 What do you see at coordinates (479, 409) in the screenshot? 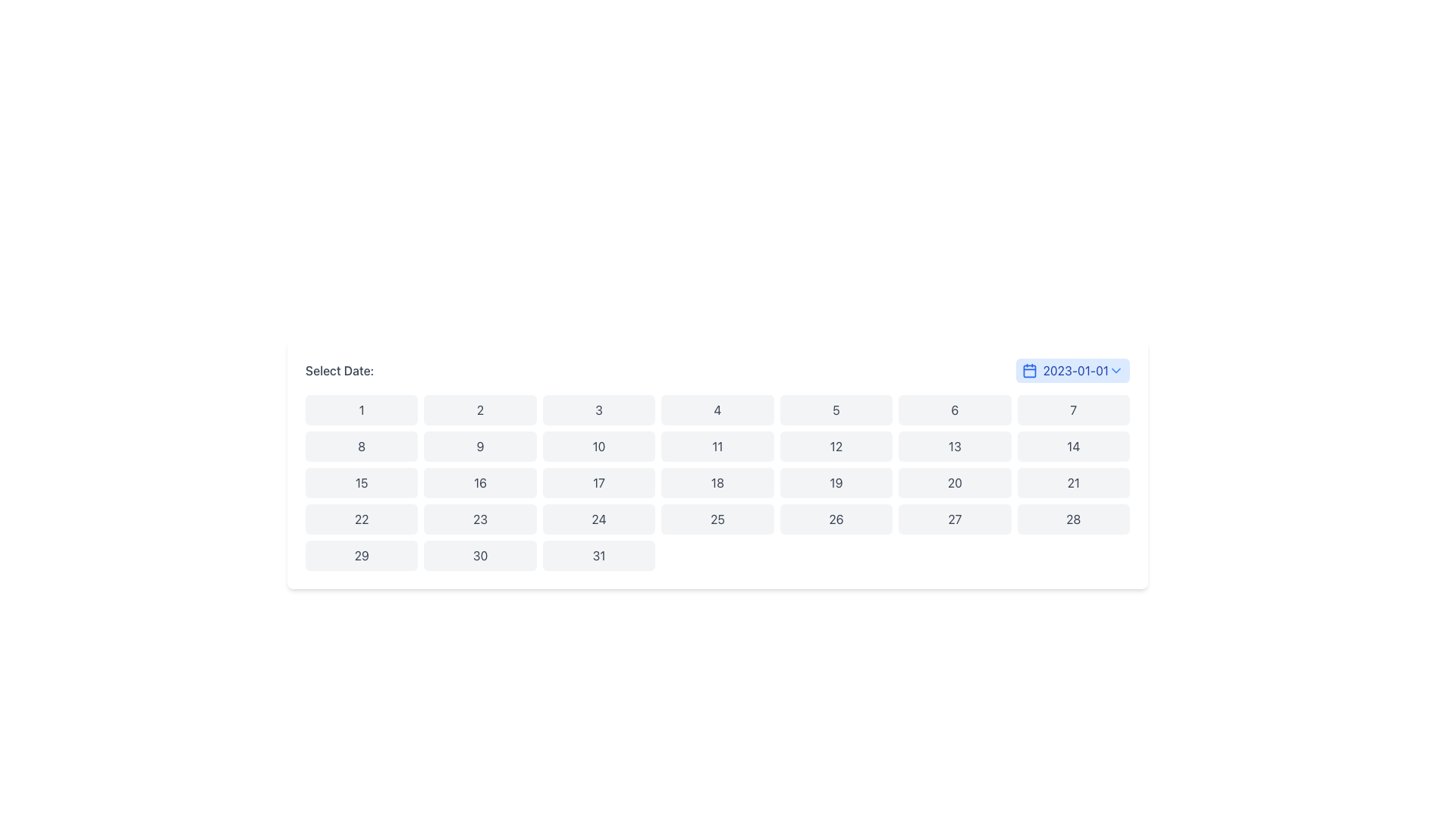
I see `the calendar day selector button that represents the number 2 to trigger hover effects` at bounding box center [479, 409].